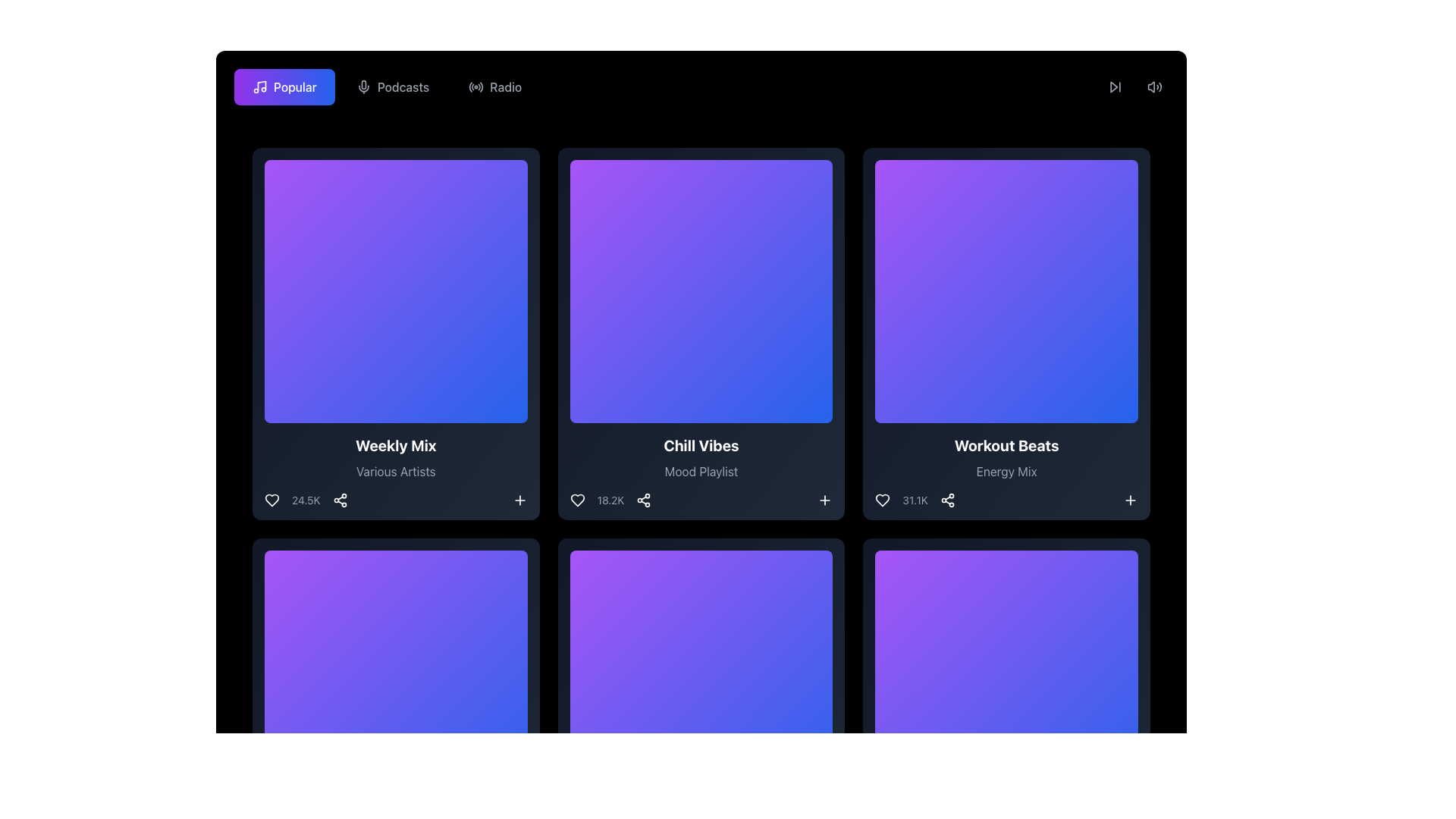 The height and width of the screenshot is (819, 1456). Describe the element at coordinates (272, 500) in the screenshot. I see `the heart icon located in the lower-left corner of the first card in the grid layout to like or unlike the associated content` at that location.